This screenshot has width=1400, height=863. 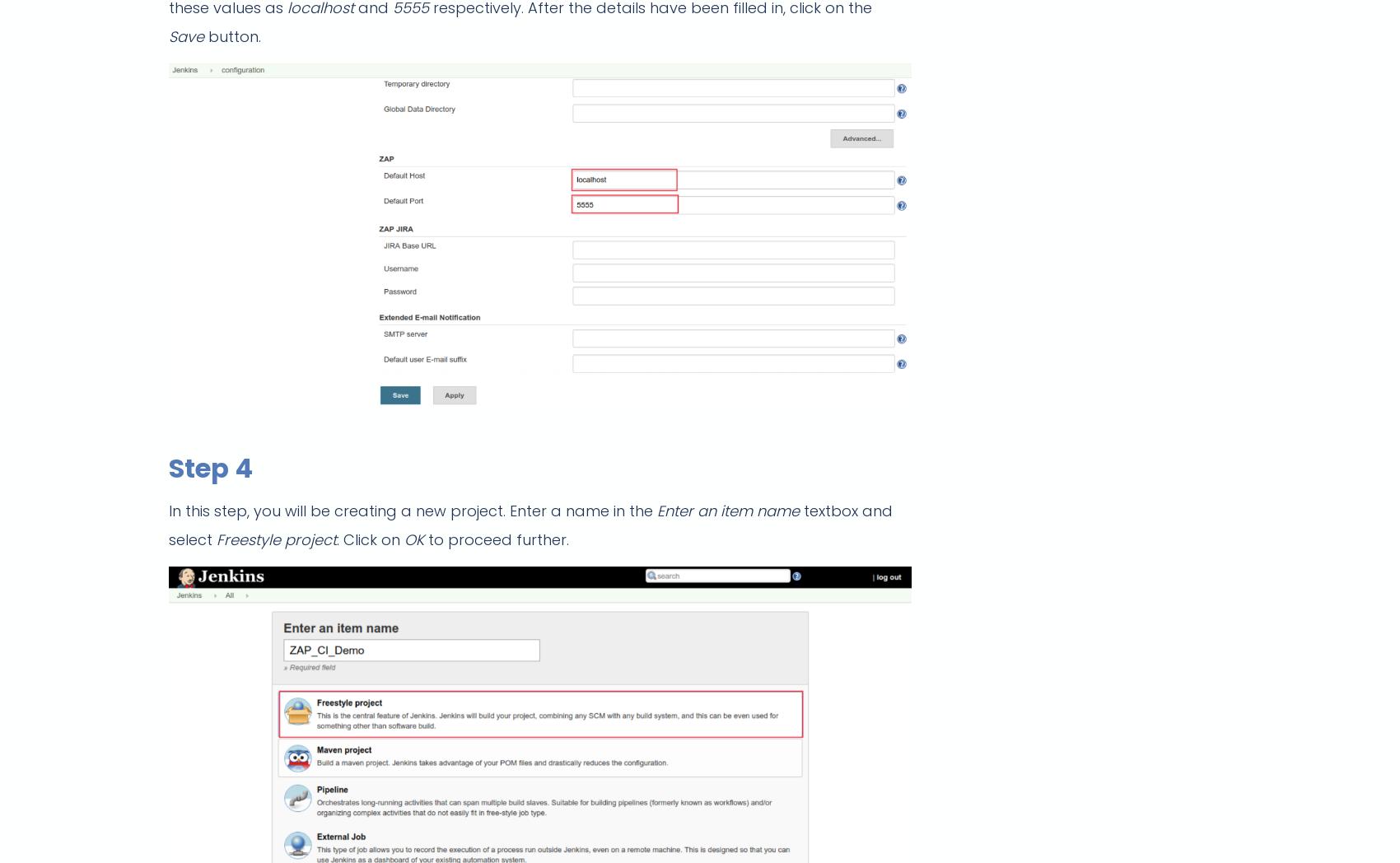 What do you see at coordinates (404, 539) in the screenshot?
I see `'OK'` at bounding box center [404, 539].